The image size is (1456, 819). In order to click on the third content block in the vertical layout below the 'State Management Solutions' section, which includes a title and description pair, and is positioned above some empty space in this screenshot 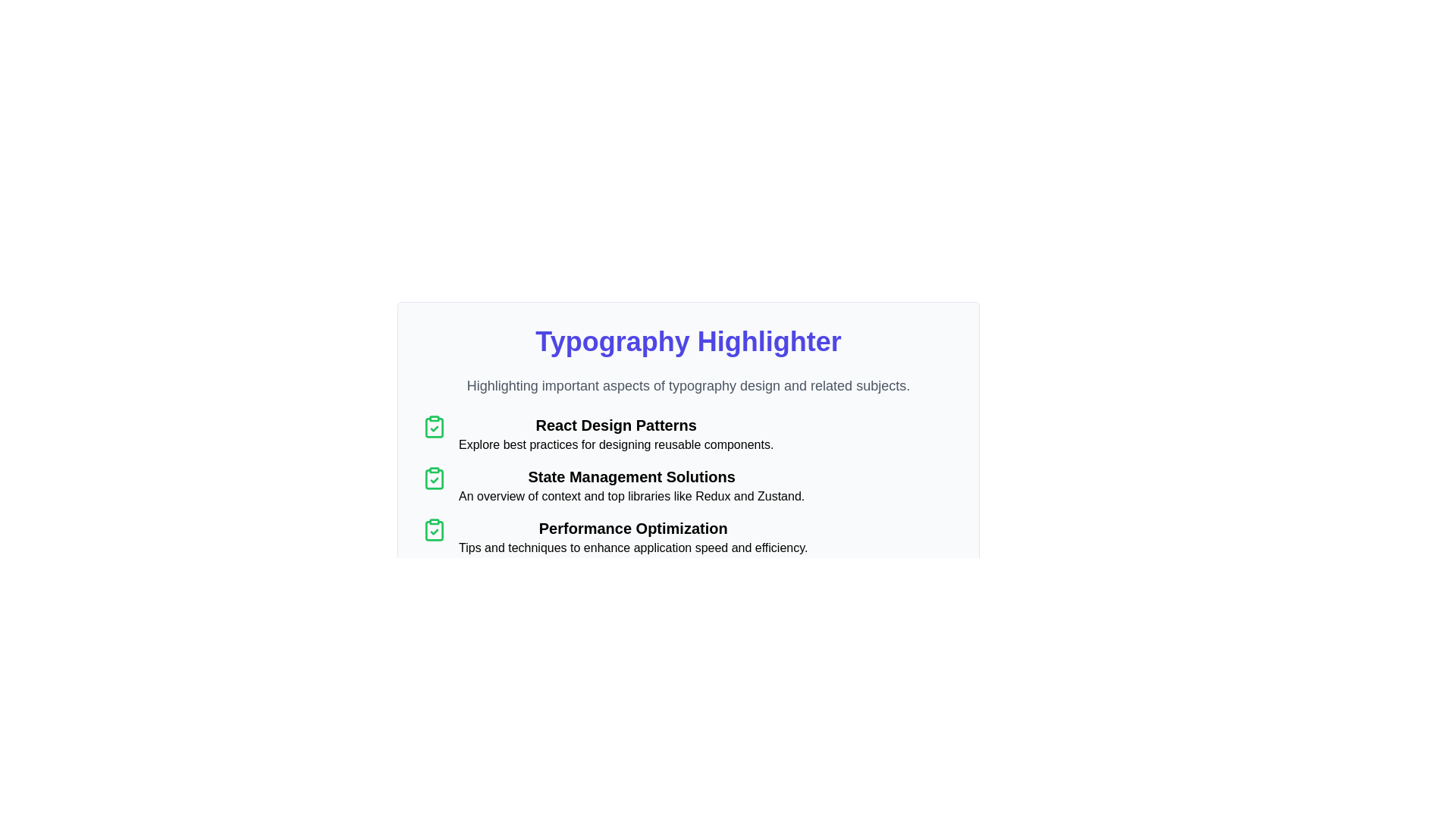, I will do `click(633, 537)`.